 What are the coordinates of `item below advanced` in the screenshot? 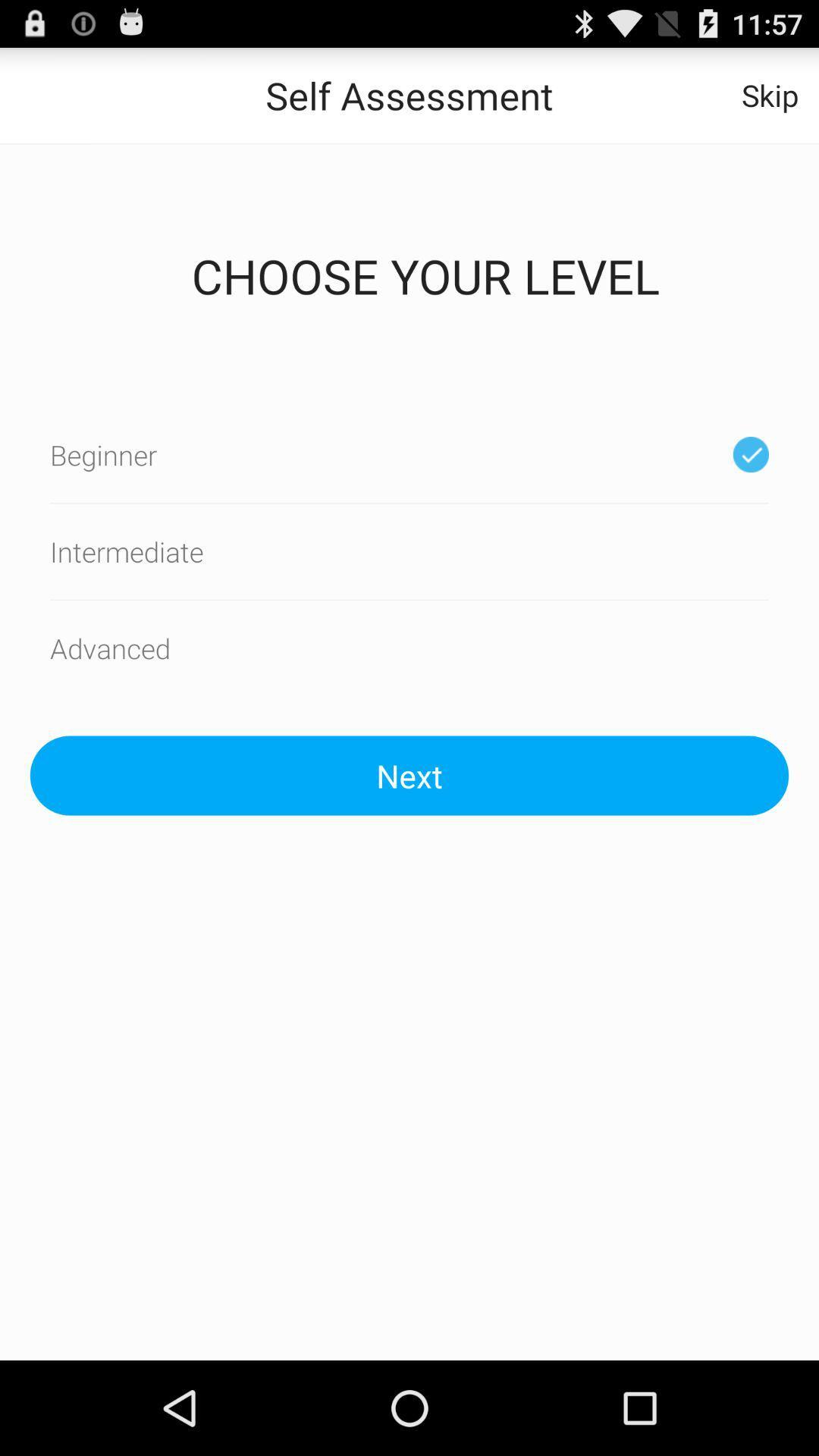 It's located at (409, 775).